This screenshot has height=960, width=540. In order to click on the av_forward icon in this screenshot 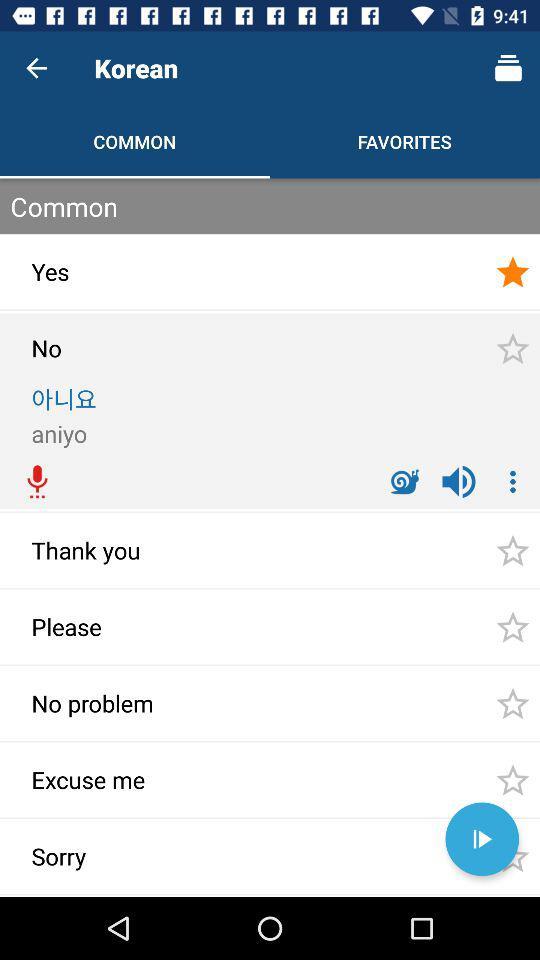, I will do `click(481, 839)`.